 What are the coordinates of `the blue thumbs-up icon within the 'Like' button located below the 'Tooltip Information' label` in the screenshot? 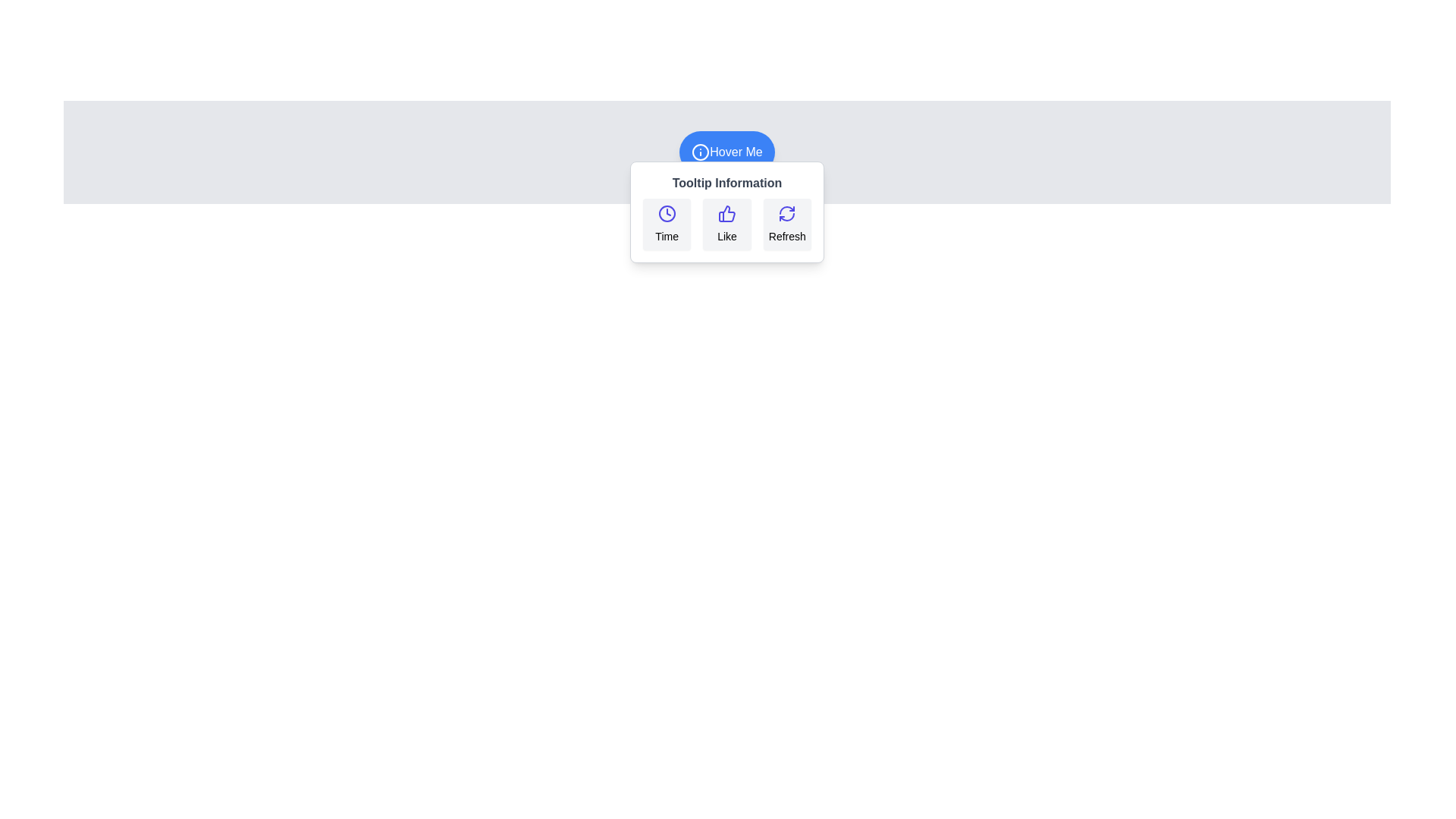 It's located at (726, 213).